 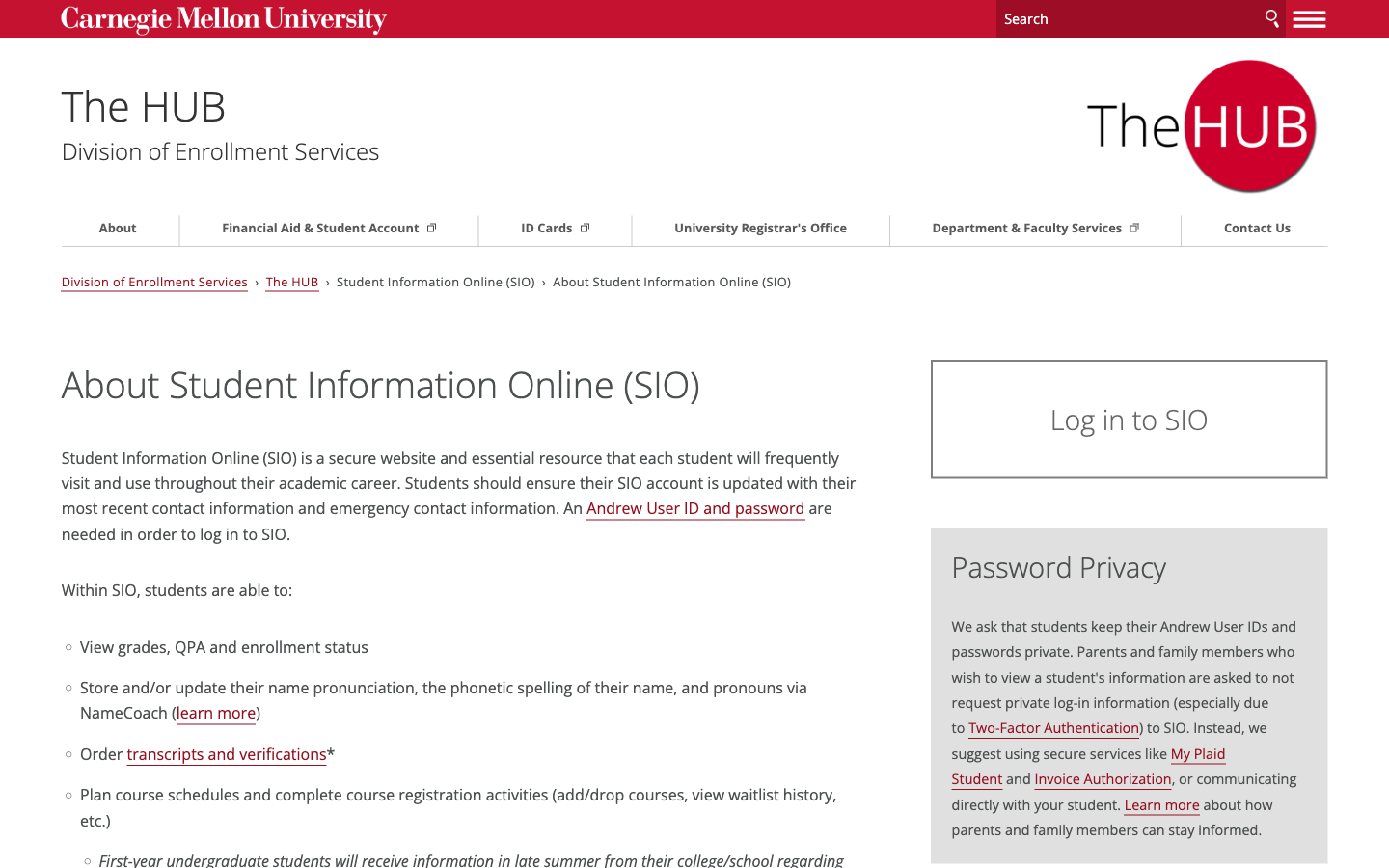 What do you see at coordinates (352, 227) in the screenshot?
I see `the Scholarship and Grants Webpage` at bounding box center [352, 227].